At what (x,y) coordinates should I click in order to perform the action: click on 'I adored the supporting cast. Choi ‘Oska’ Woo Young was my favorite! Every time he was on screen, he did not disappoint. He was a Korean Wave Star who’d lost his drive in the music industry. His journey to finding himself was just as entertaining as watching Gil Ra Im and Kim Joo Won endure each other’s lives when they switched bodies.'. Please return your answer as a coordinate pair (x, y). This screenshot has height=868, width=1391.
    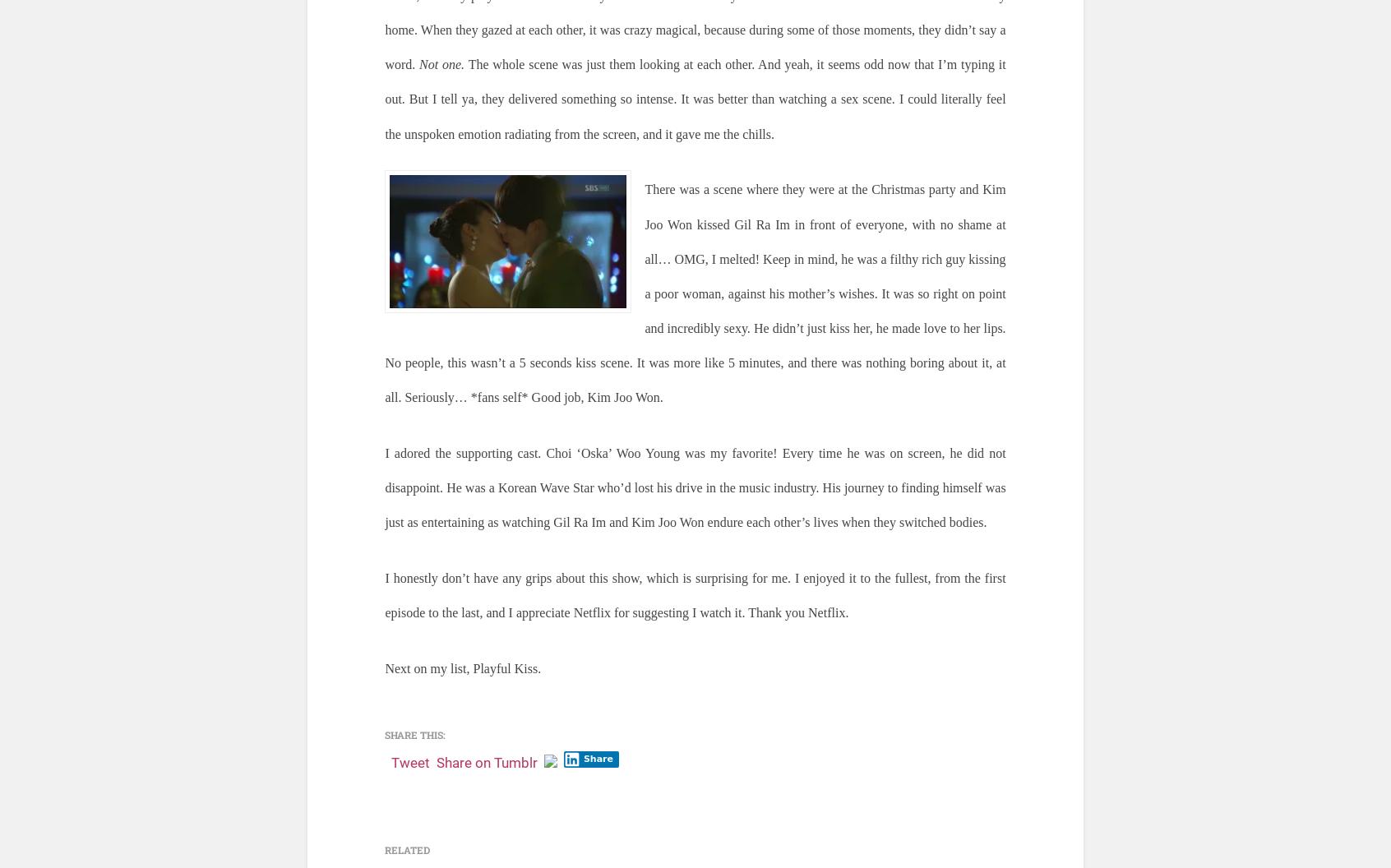
    Looking at the image, I should click on (695, 487).